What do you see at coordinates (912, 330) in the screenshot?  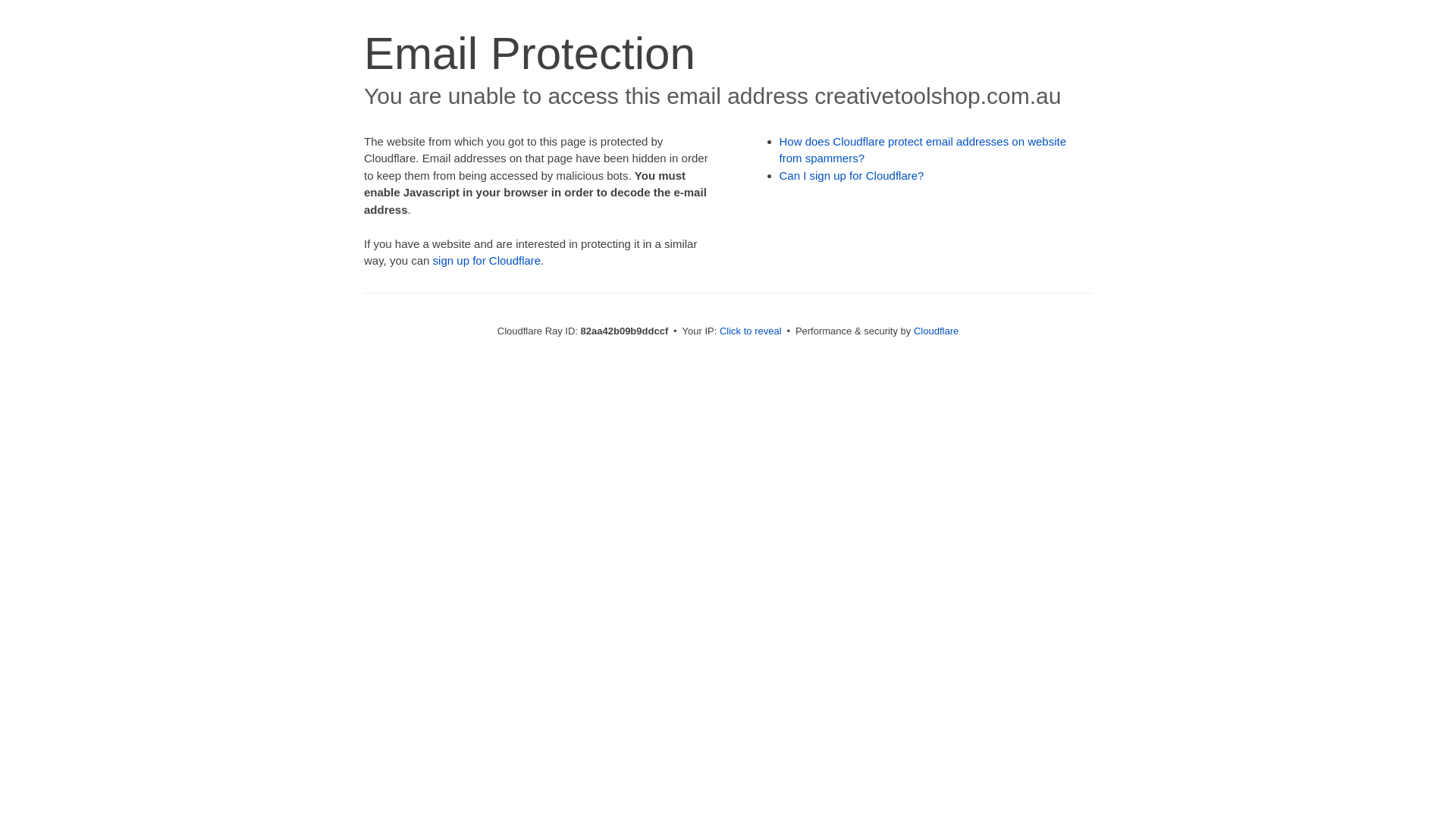 I see `'Cloudflare'` at bounding box center [912, 330].